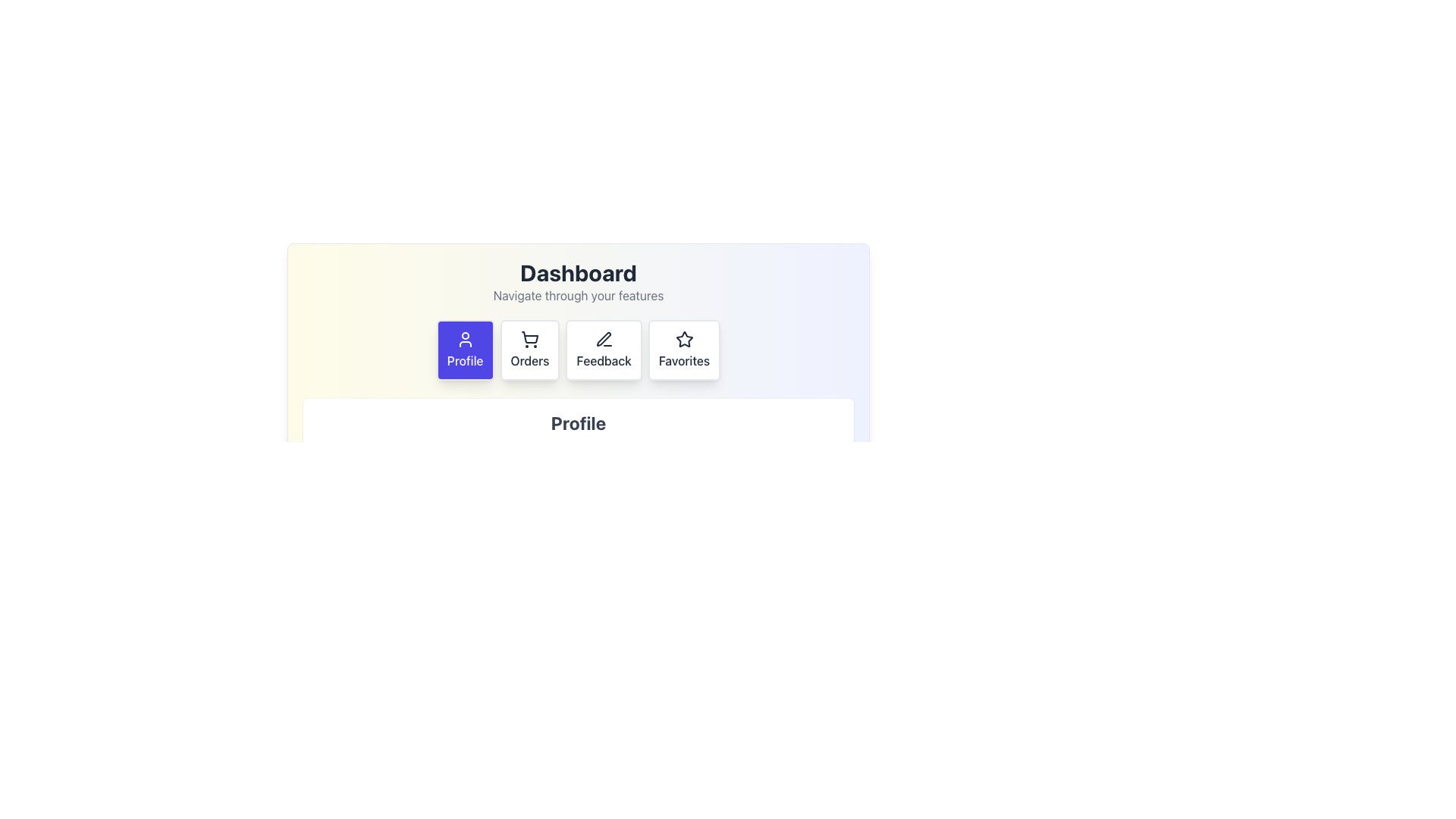 Image resolution: width=1456 pixels, height=819 pixels. I want to click on the white rounded rectangular button labeled 'Orders' with a shopping cart icon, so click(529, 350).